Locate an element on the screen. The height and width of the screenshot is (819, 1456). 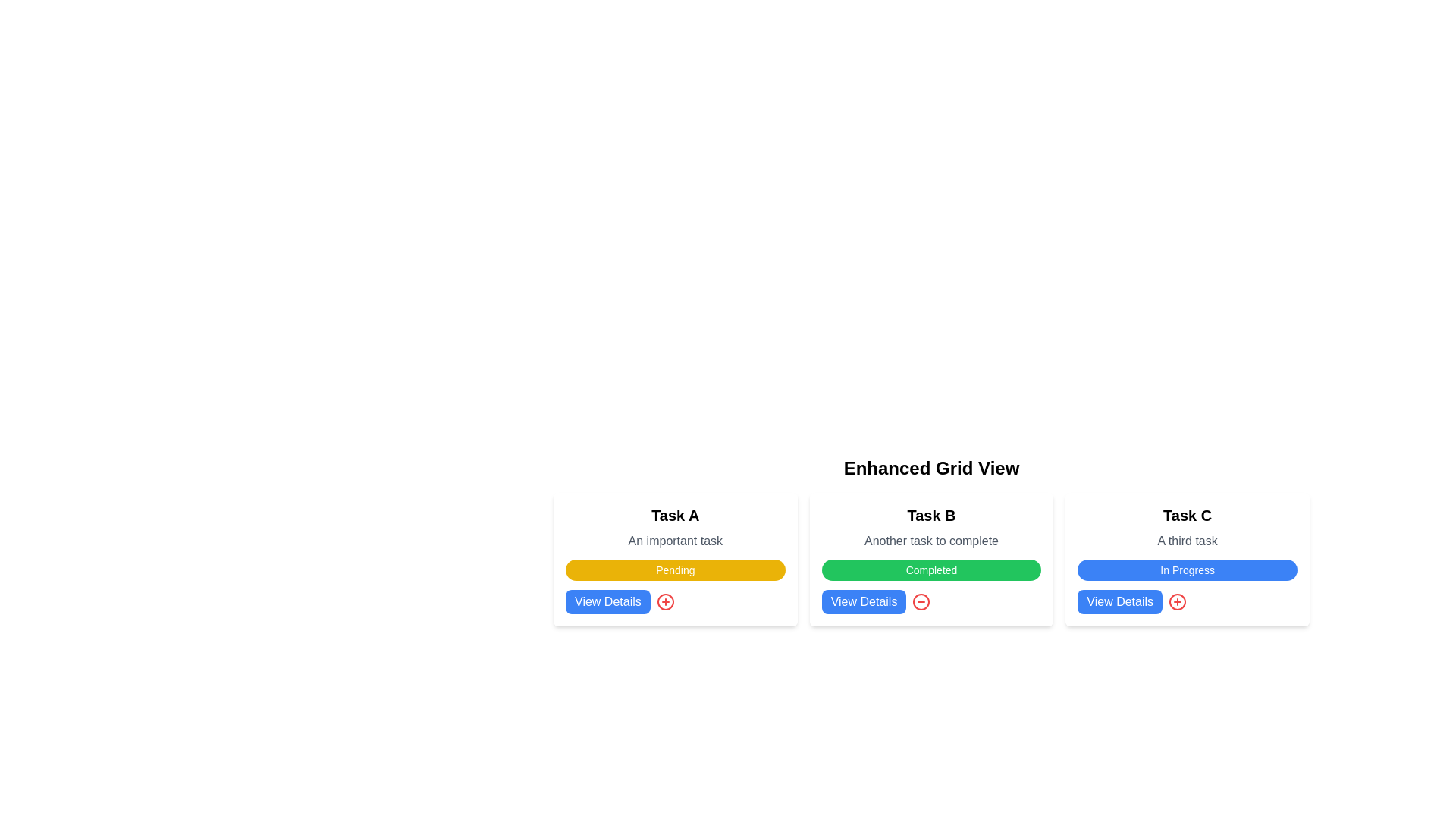
the circular SVG graphic element located below the 'Pending' label and next to the 'View Details' button in the Task A card for interaction is located at coordinates (665, 601).